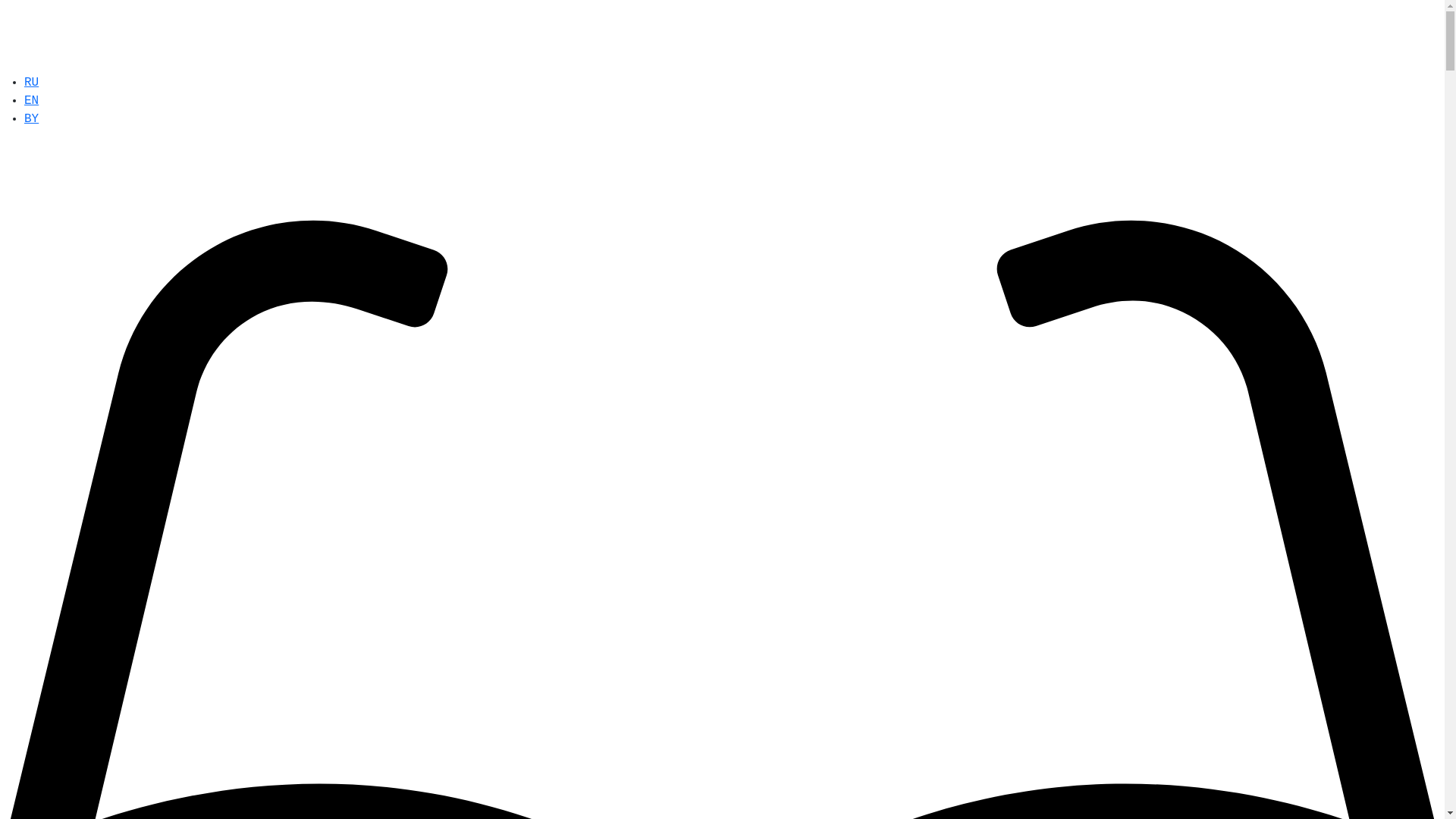 This screenshot has width=1456, height=819. I want to click on 'BY', so click(31, 118).